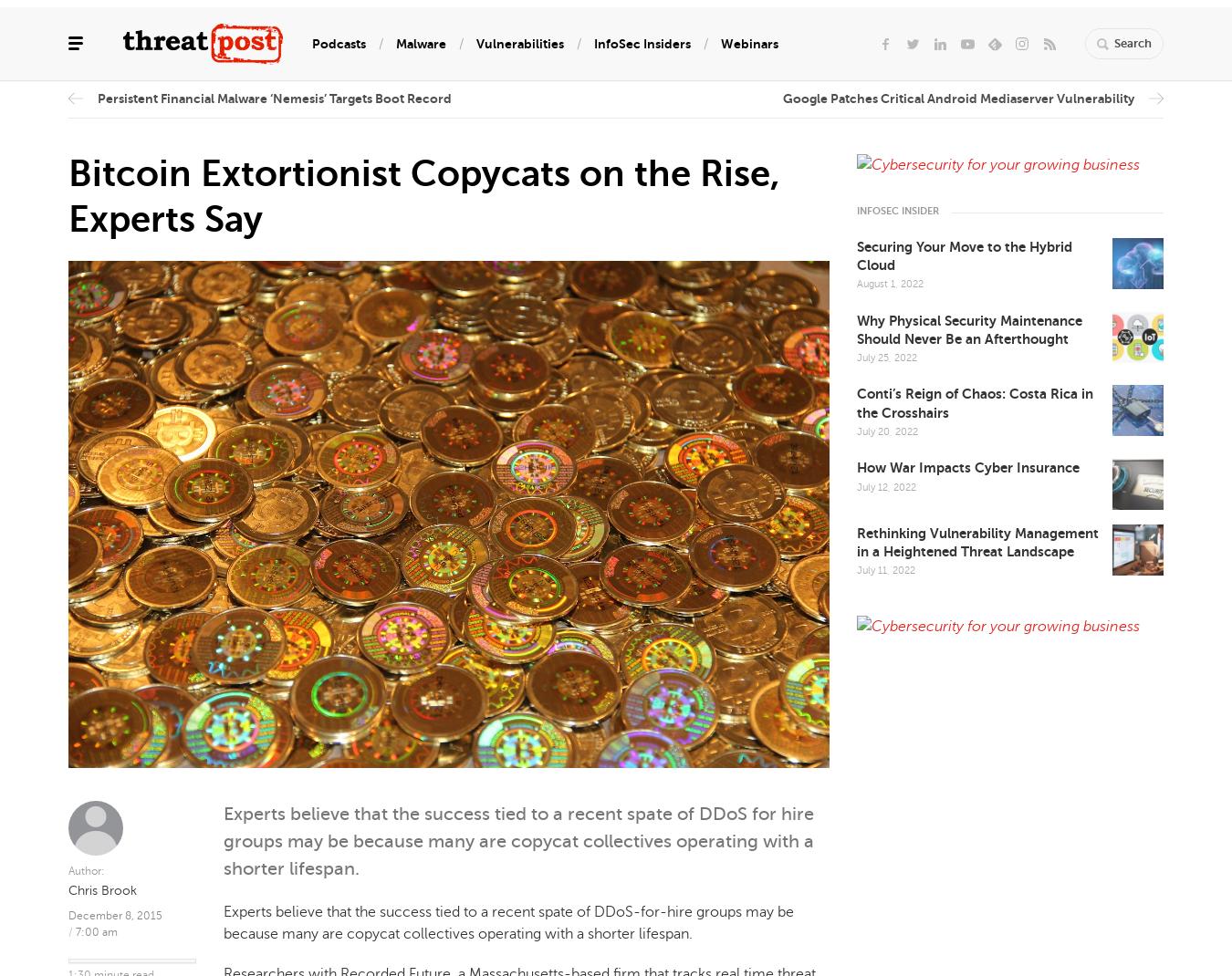 Image resolution: width=1232 pixels, height=976 pixels. I want to click on 'Critical Infrastructure', so click(413, 189).